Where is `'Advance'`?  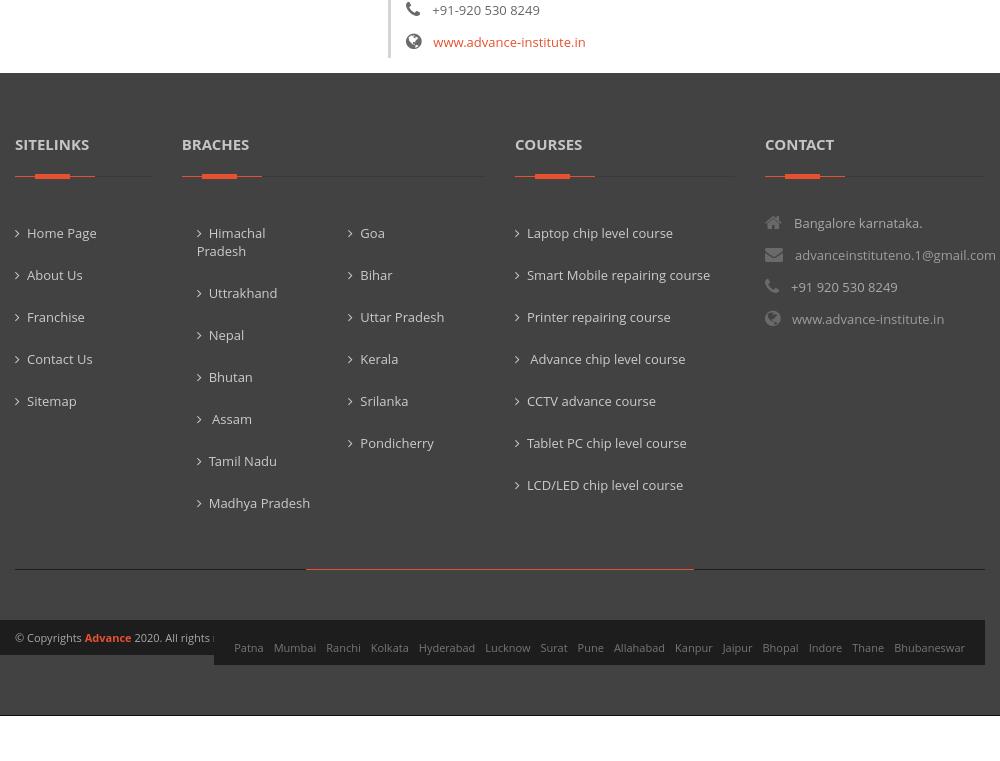 'Advance' is located at coordinates (83, 635).